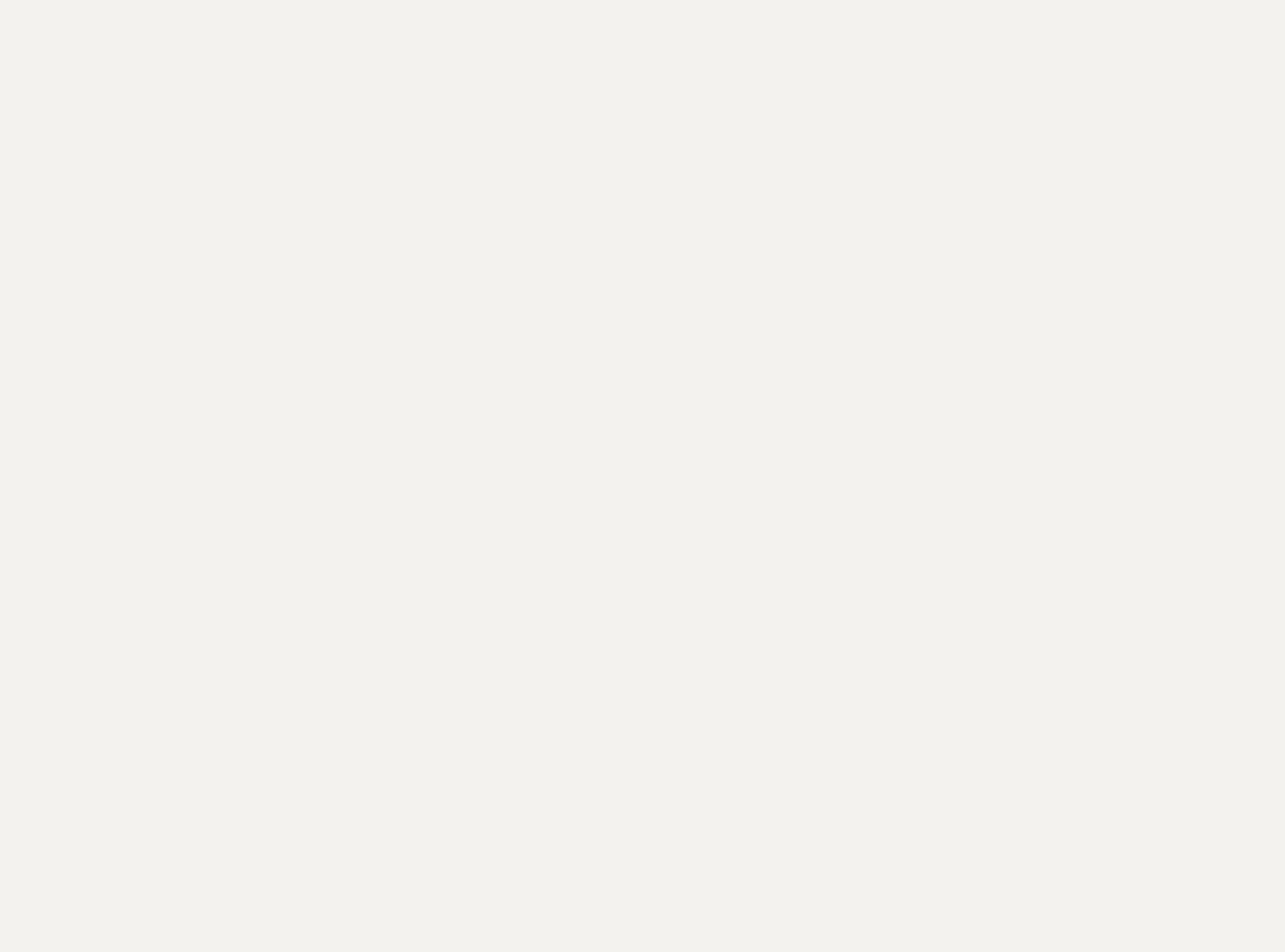  What do you see at coordinates (590, 693) in the screenshot?
I see `'Queen of Me Tour'` at bounding box center [590, 693].